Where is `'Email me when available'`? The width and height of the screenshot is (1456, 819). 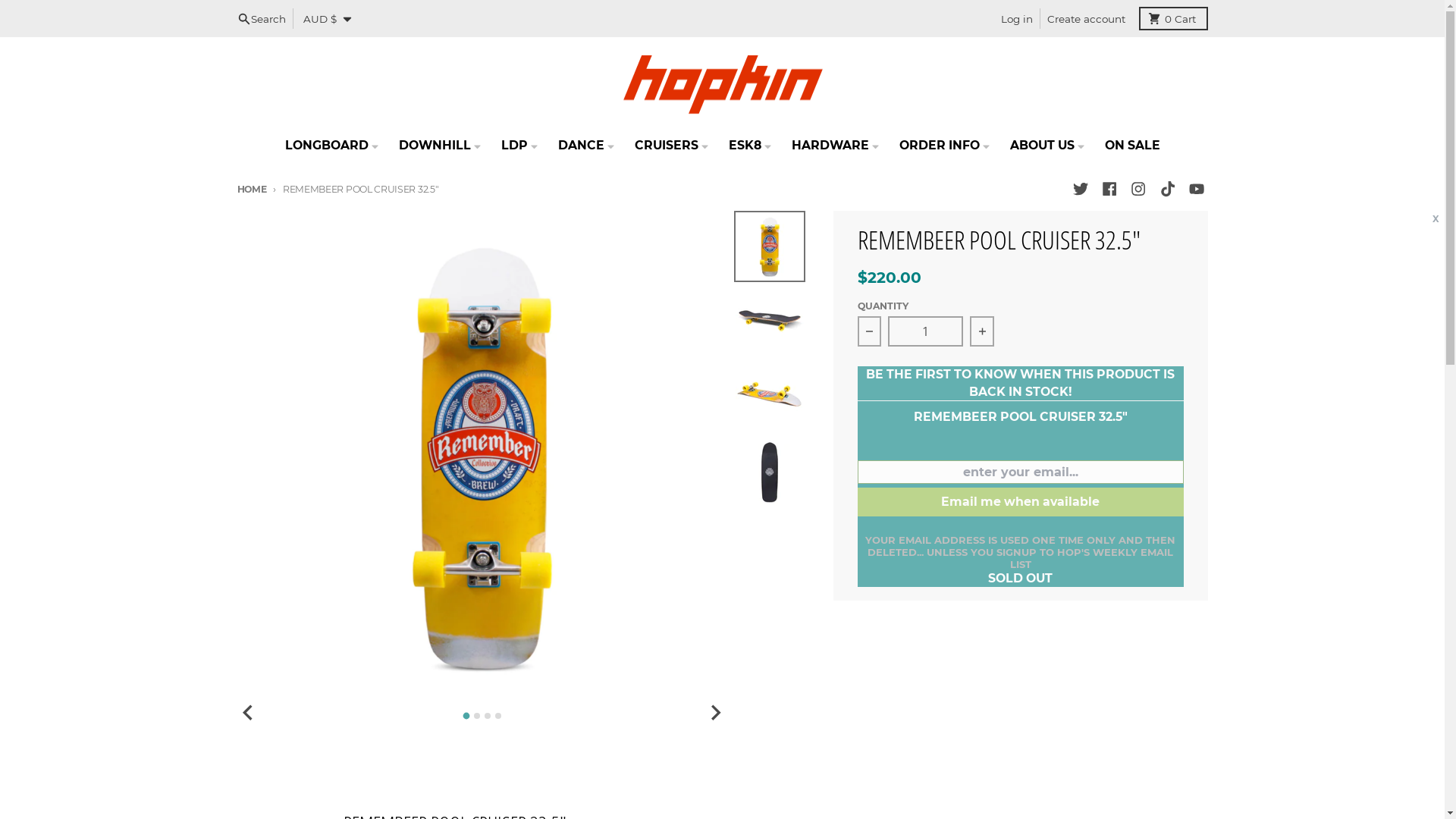 'Email me when available' is located at coordinates (858, 502).